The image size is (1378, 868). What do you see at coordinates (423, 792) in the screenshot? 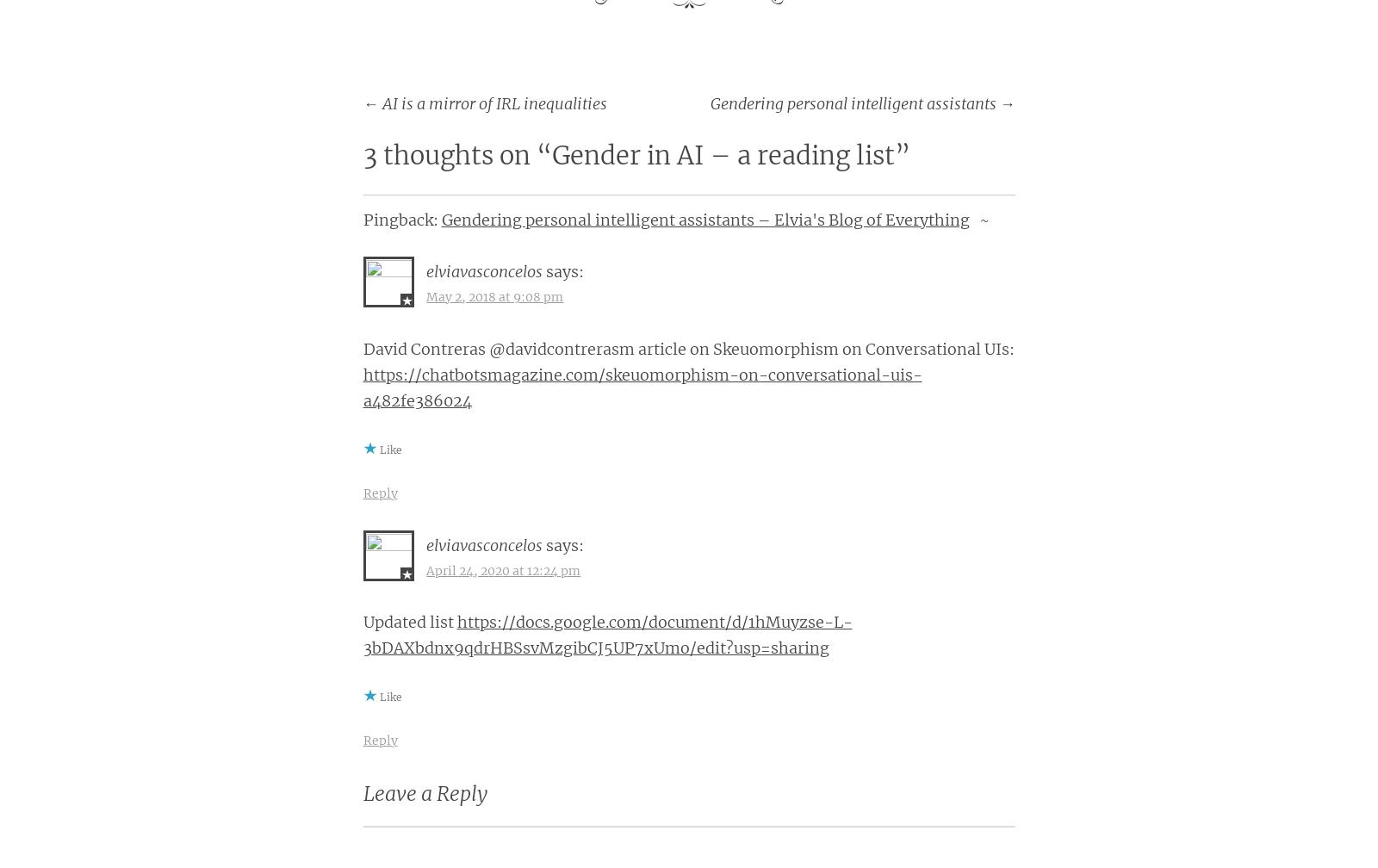
I see `'Leave a Reply'` at bounding box center [423, 792].